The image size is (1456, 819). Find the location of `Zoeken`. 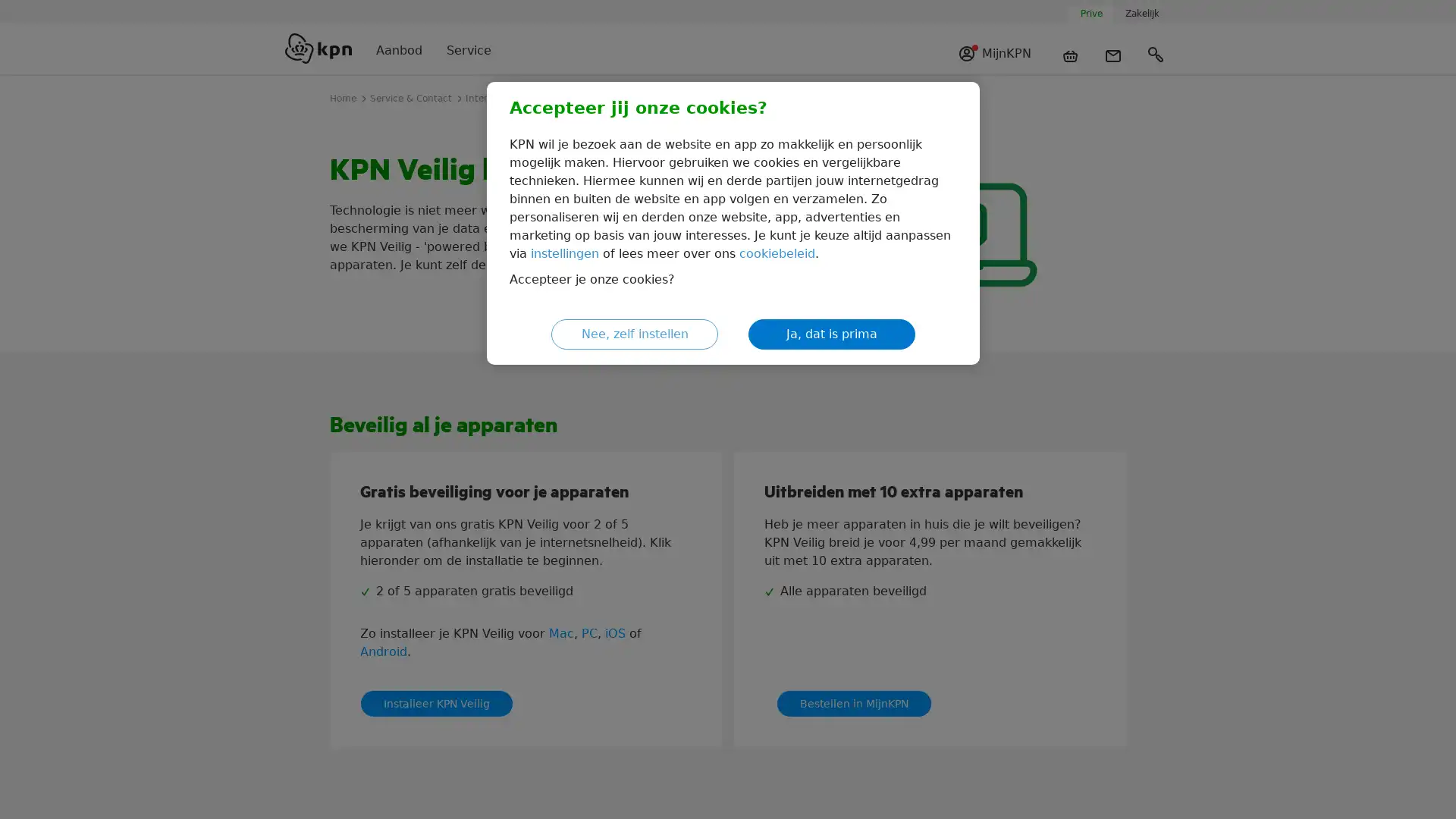

Zoeken is located at coordinates (1154, 52).